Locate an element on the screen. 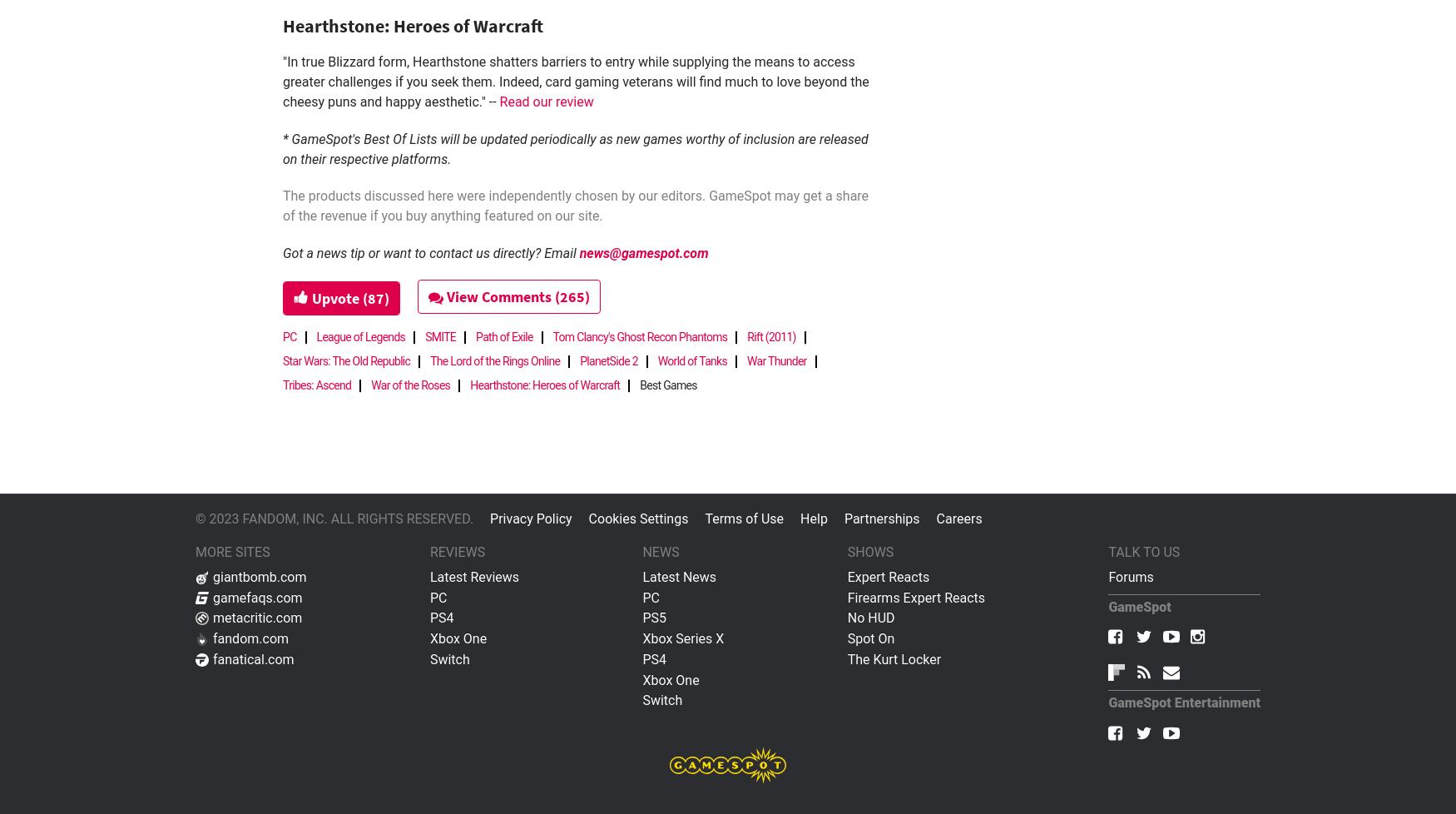  'GameSpot' is located at coordinates (1139, 606).